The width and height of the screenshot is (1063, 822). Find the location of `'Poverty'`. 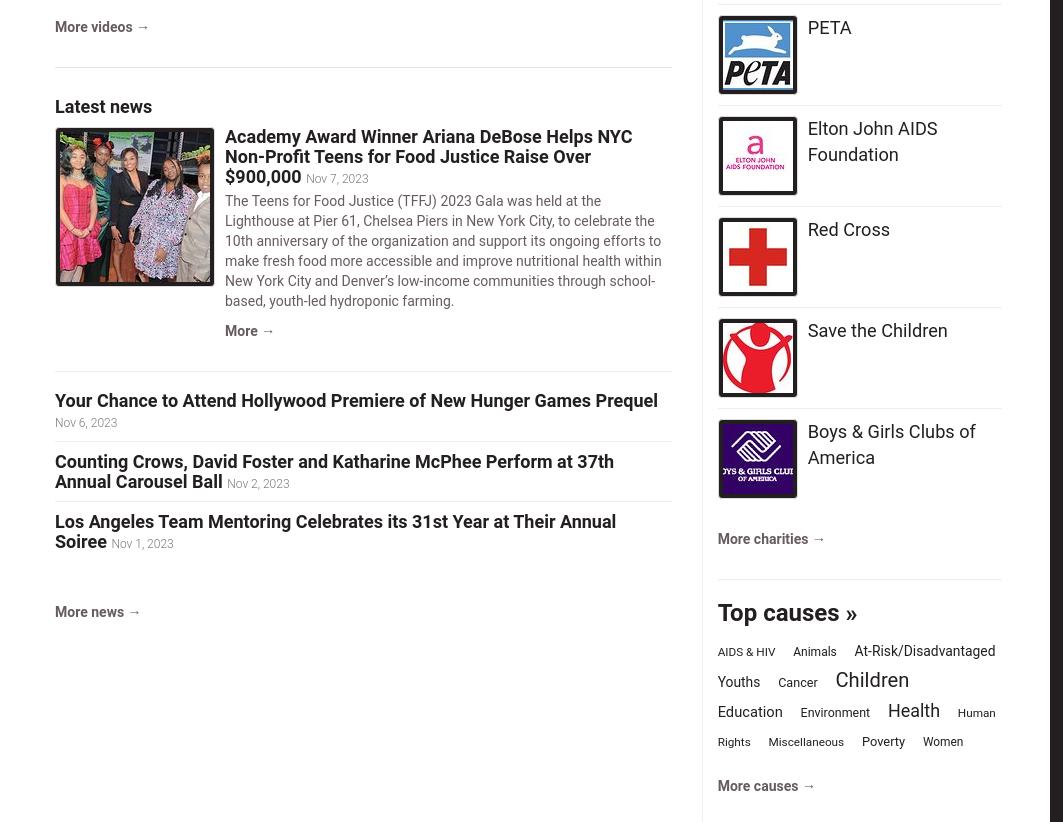

'Poverty' is located at coordinates (882, 739).